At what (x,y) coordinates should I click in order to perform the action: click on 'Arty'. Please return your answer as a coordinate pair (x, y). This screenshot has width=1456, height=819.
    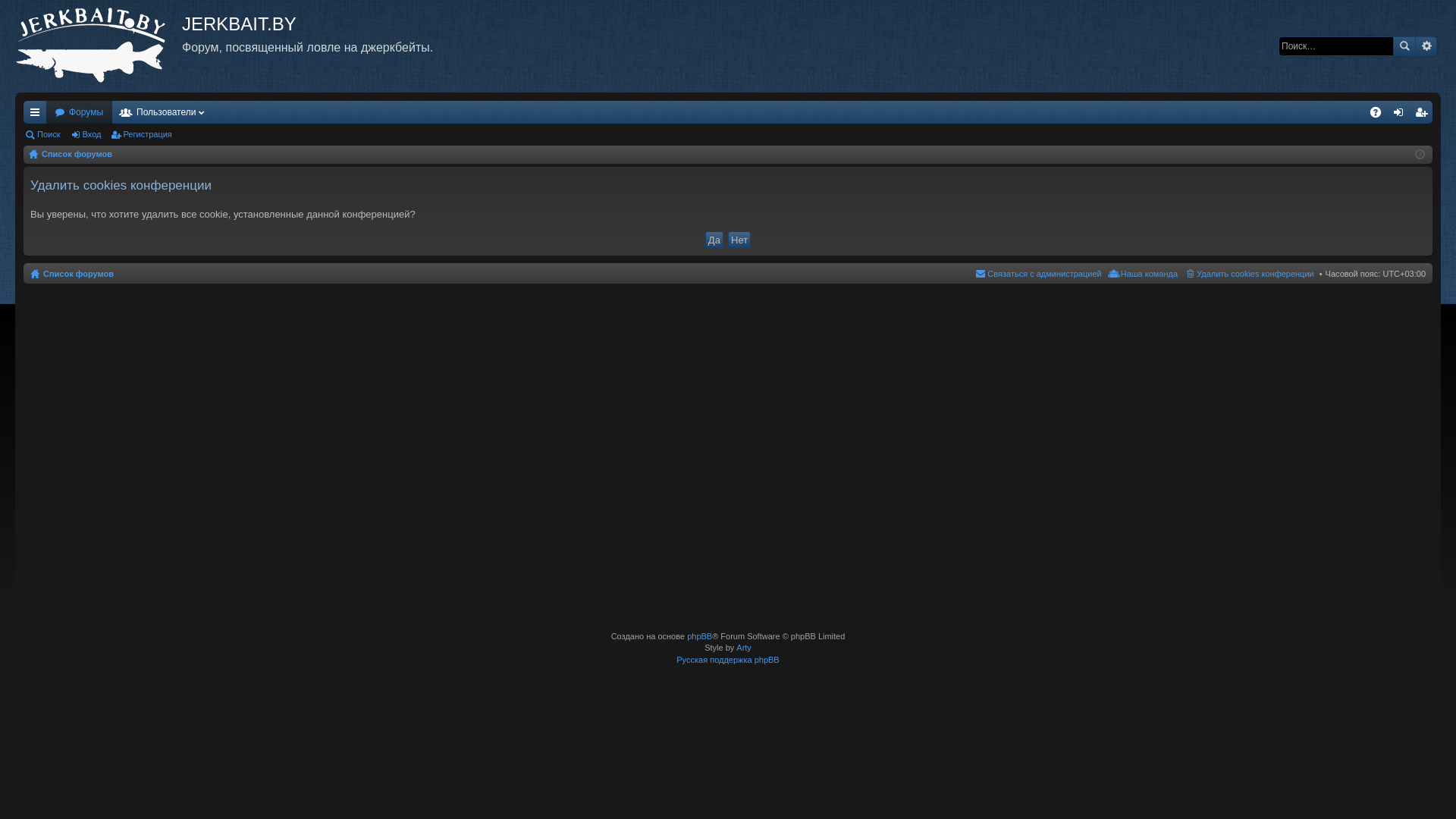
    Looking at the image, I should click on (743, 647).